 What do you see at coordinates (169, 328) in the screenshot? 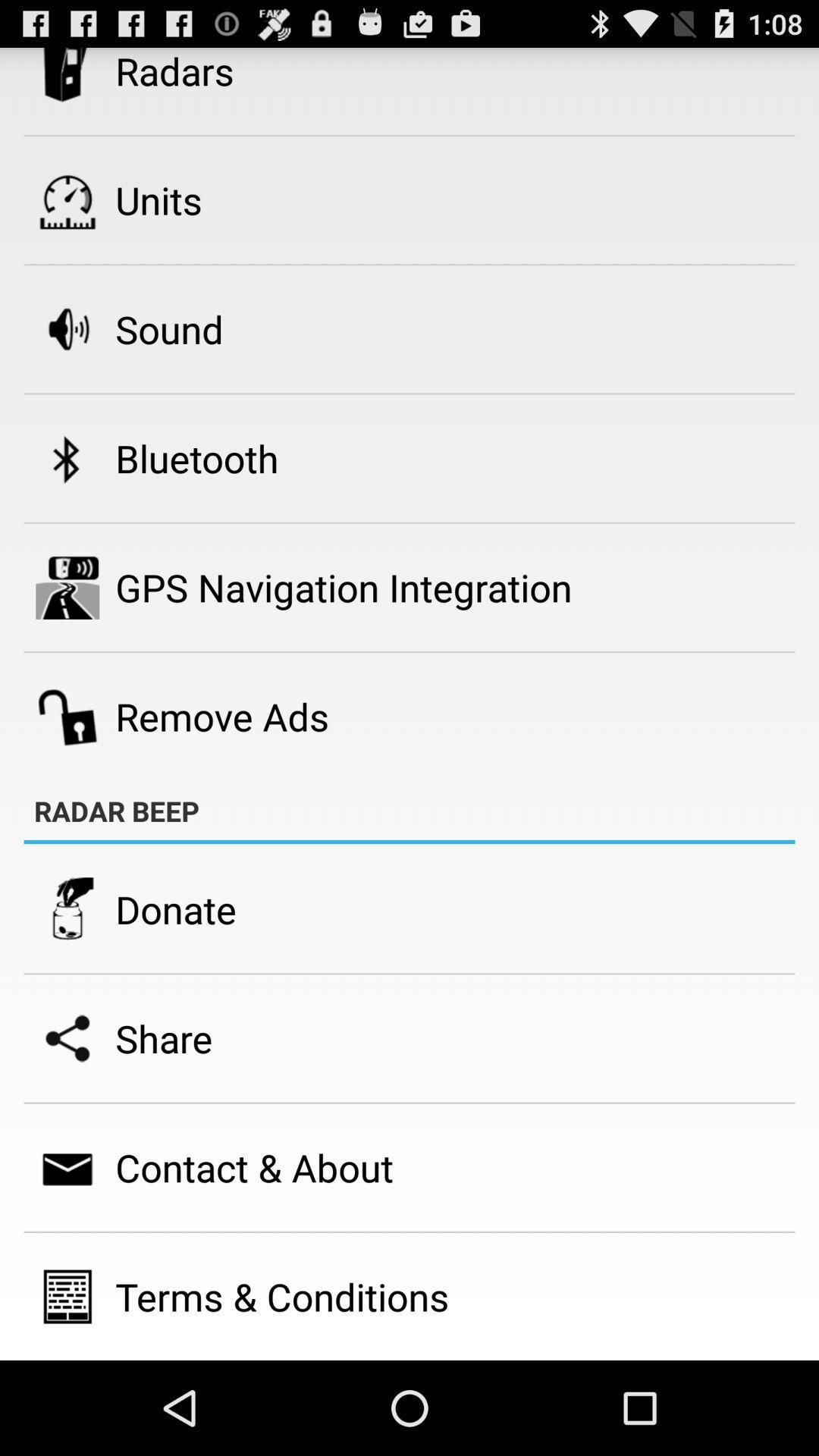
I see `the sound icon` at bounding box center [169, 328].